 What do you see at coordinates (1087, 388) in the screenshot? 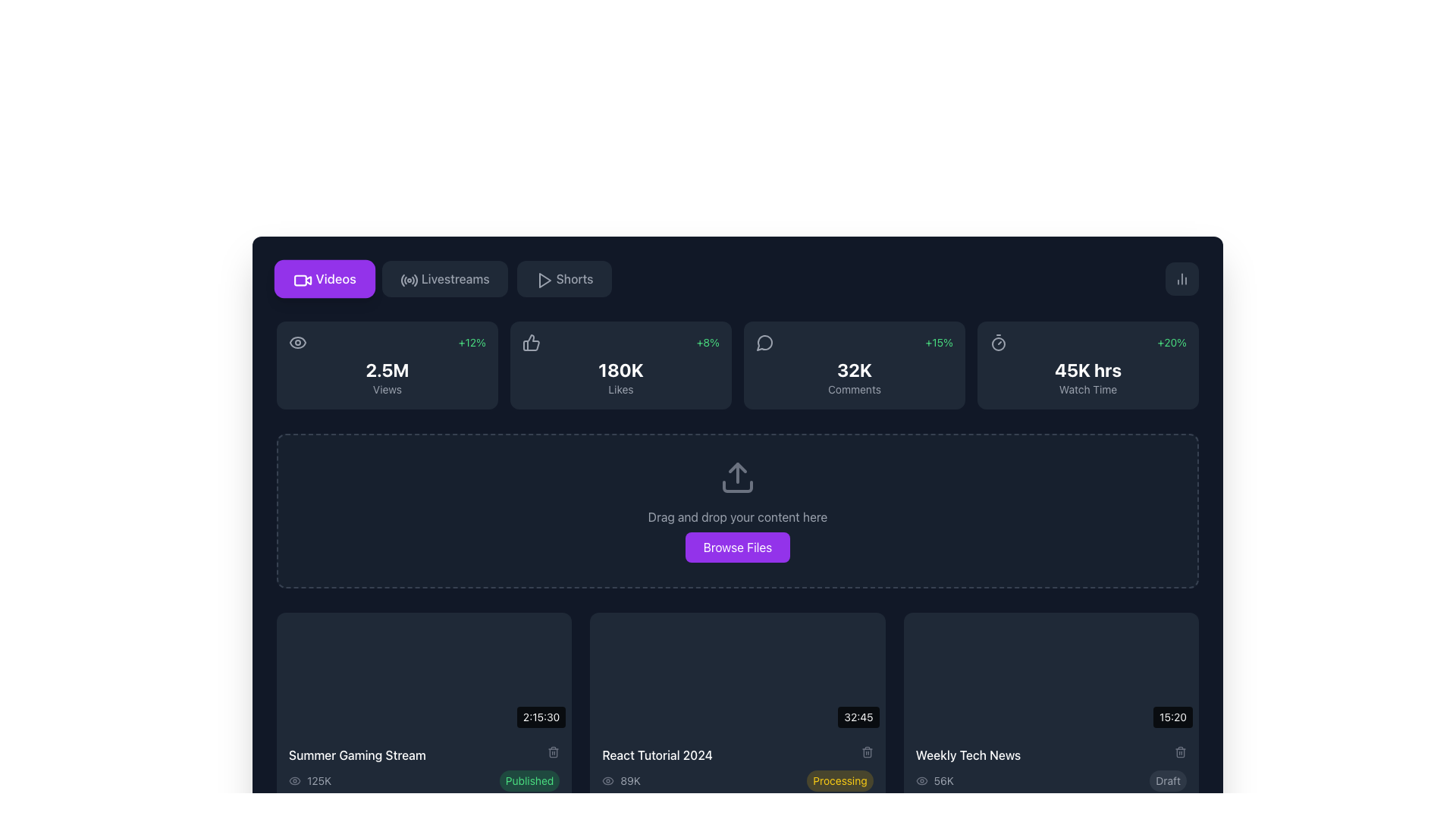
I see `the 'Watch Time' text label located directly below the '45K hrs' label in the top-right segment of the interface` at bounding box center [1087, 388].